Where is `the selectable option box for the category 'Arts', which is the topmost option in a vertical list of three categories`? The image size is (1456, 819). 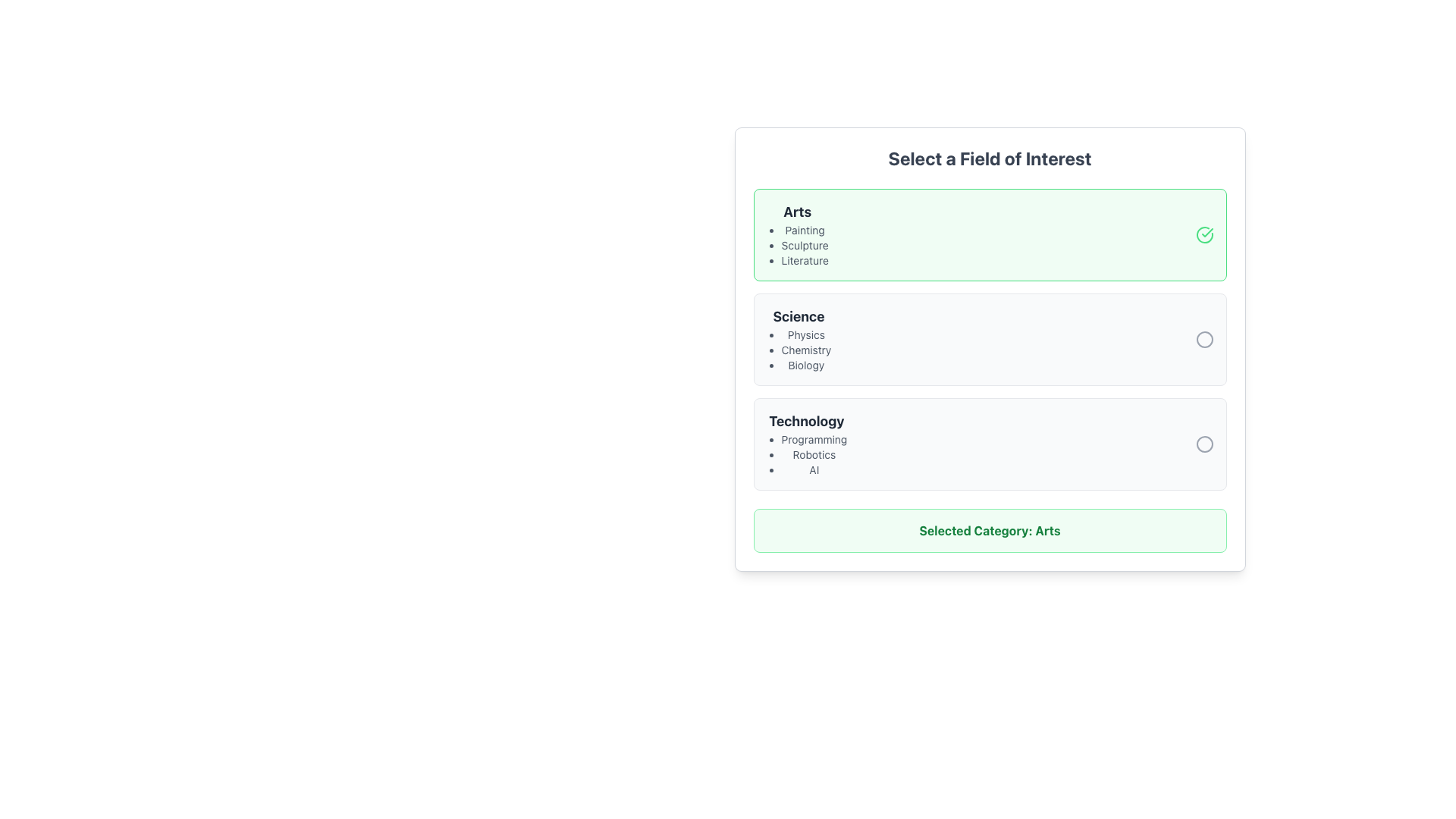
the selectable option box for the category 'Arts', which is the topmost option in a vertical list of three categories is located at coordinates (990, 234).